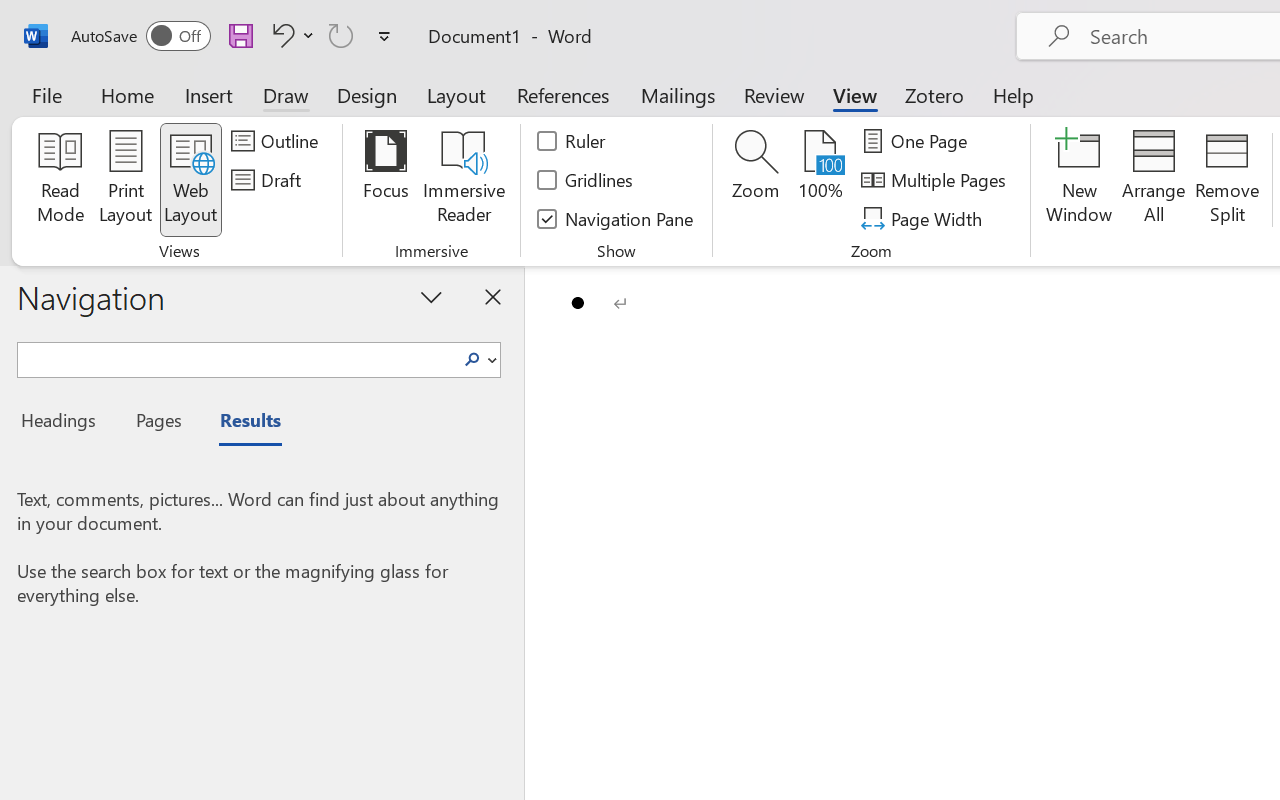  What do you see at coordinates (571, 141) in the screenshot?
I see `'Ruler'` at bounding box center [571, 141].